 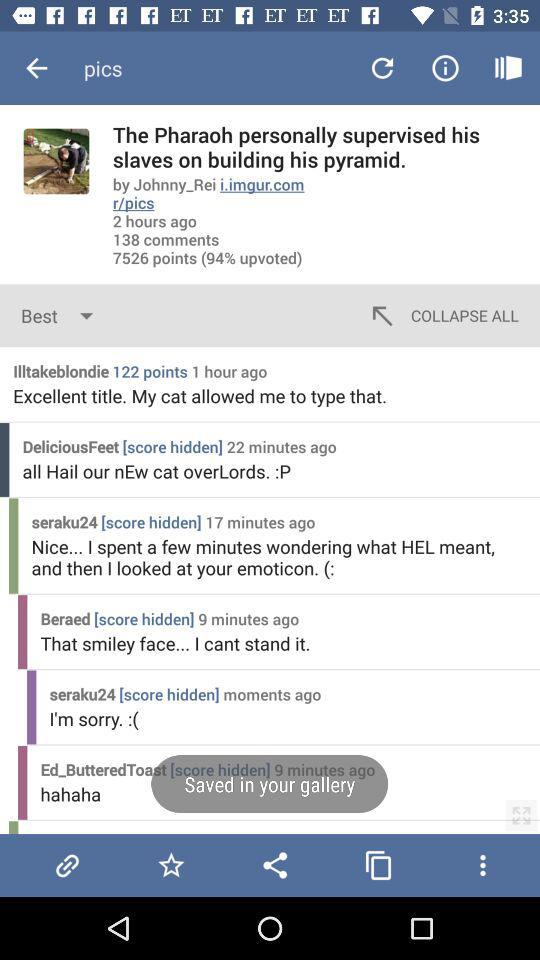 I want to click on the item above the the pharaoh personally, so click(x=508, y=68).